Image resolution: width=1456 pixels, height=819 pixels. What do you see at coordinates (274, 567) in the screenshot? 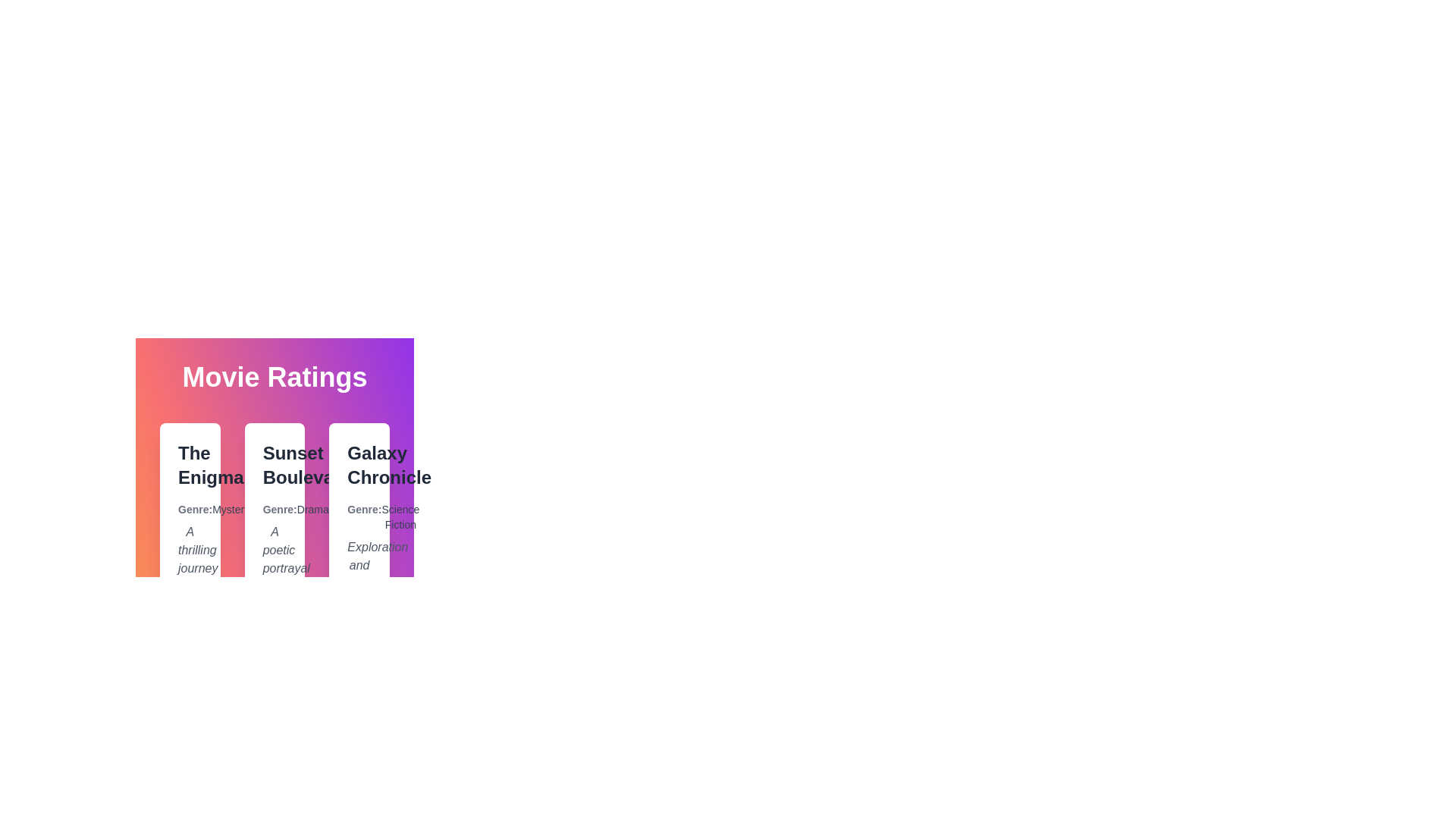
I see `the movie card titled Sunset Boulevard` at bounding box center [274, 567].